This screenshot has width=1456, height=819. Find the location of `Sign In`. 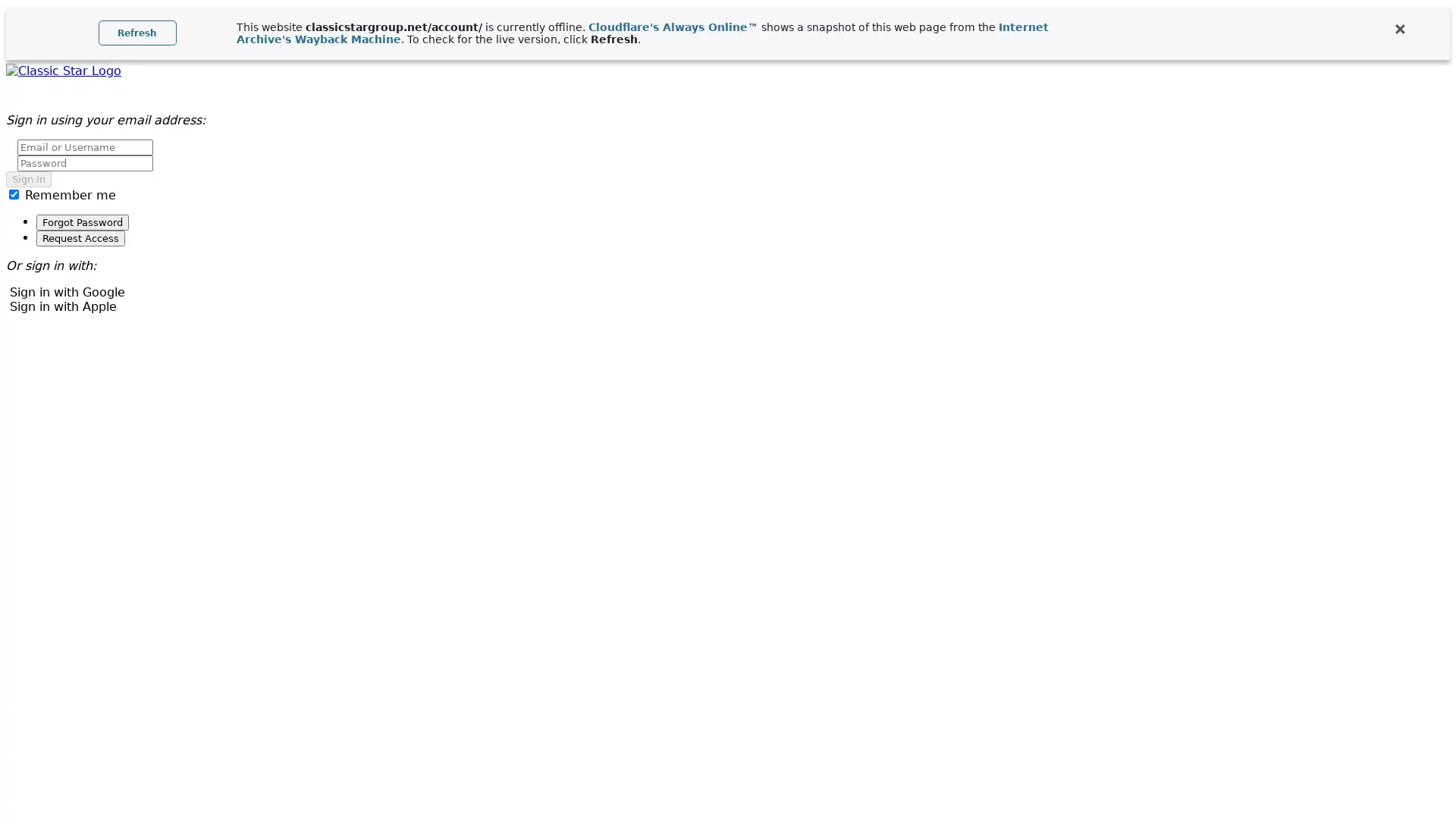

Sign In is located at coordinates (29, 178).